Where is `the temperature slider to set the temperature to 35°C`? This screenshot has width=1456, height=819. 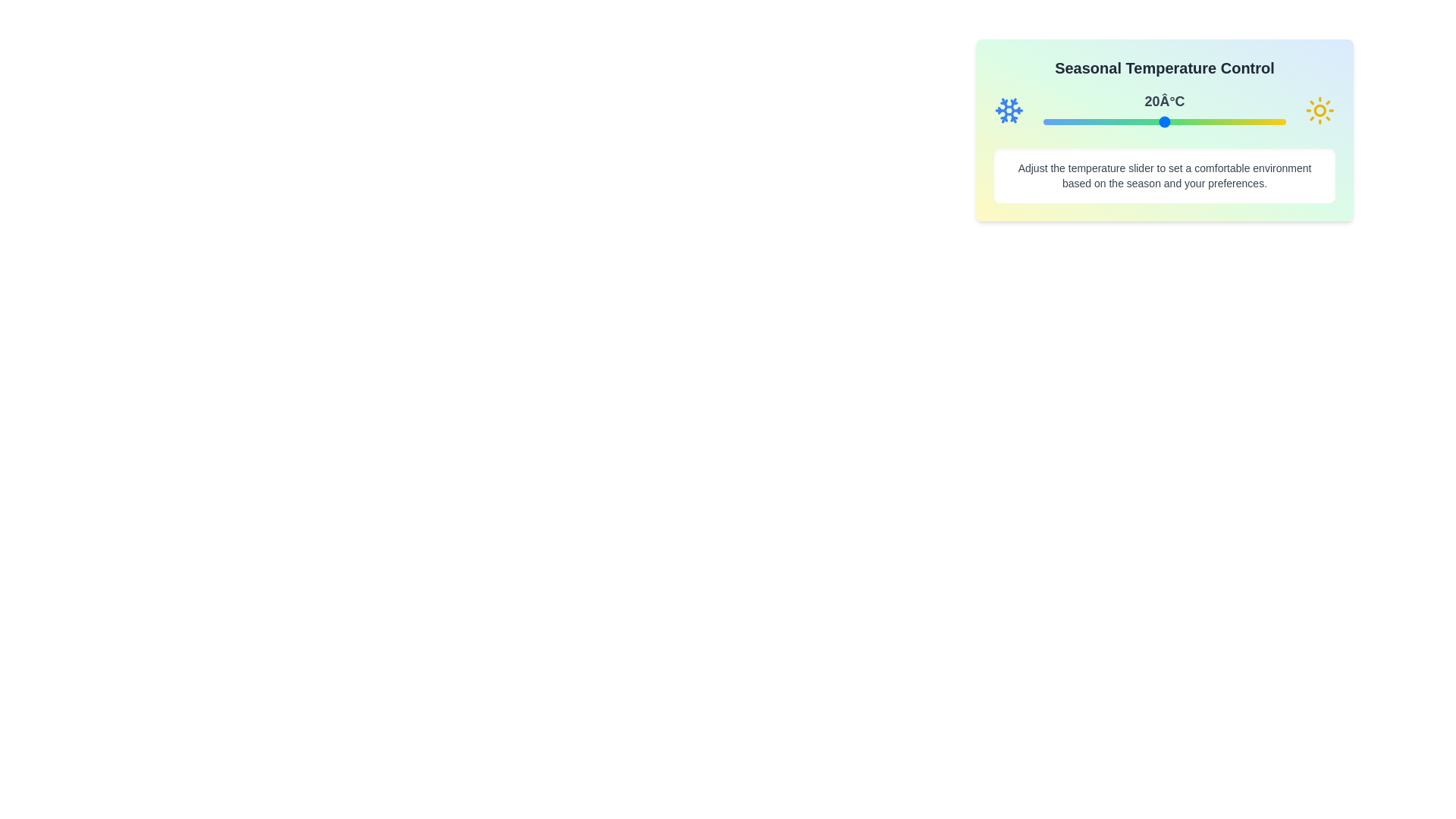 the temperature slider to set the temperature to 35°C is located at coordinates (1225, 121).